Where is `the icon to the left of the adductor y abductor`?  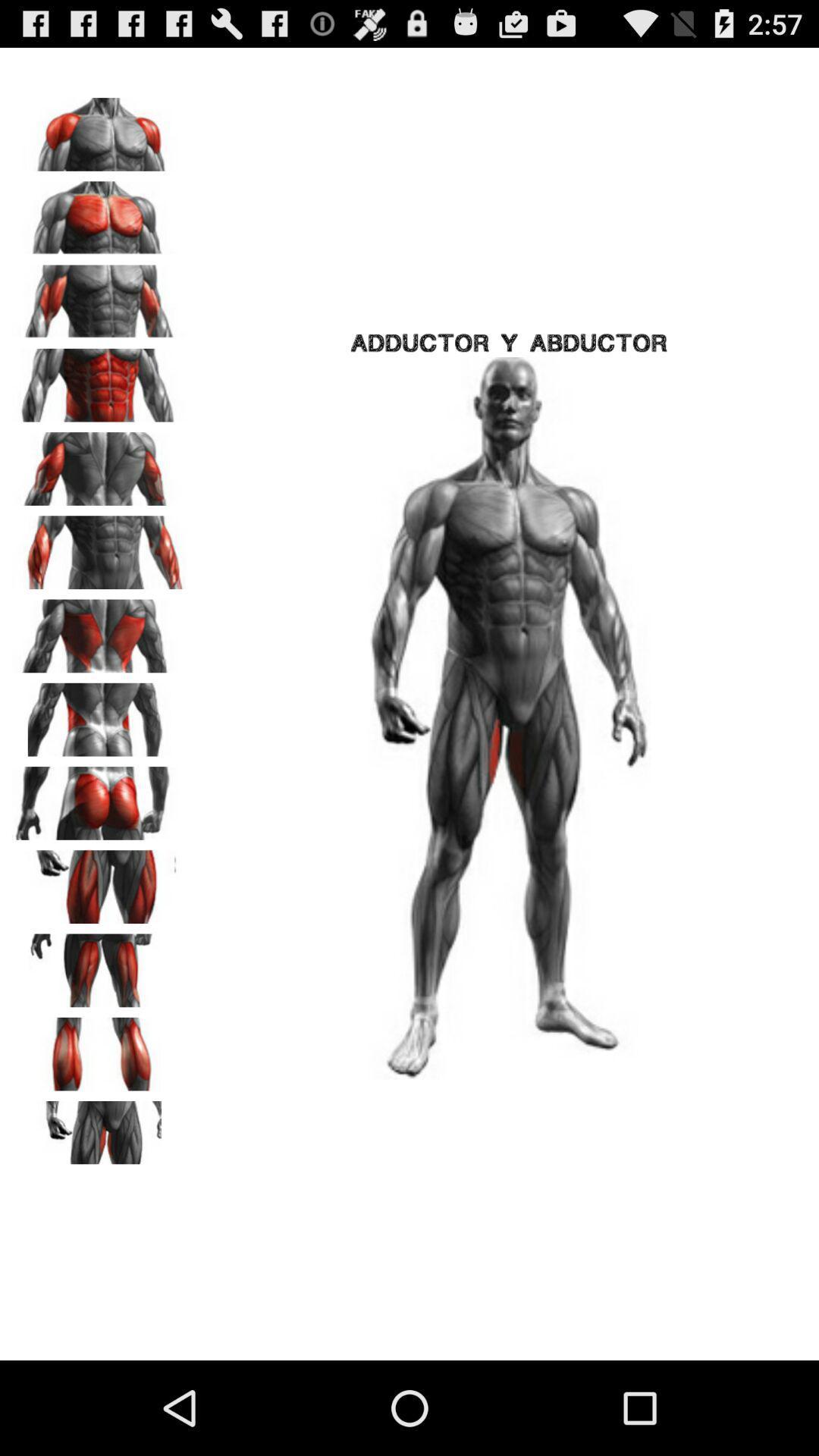
the icon to the left of the adductor y abductor is located at coordinates (99, 380).